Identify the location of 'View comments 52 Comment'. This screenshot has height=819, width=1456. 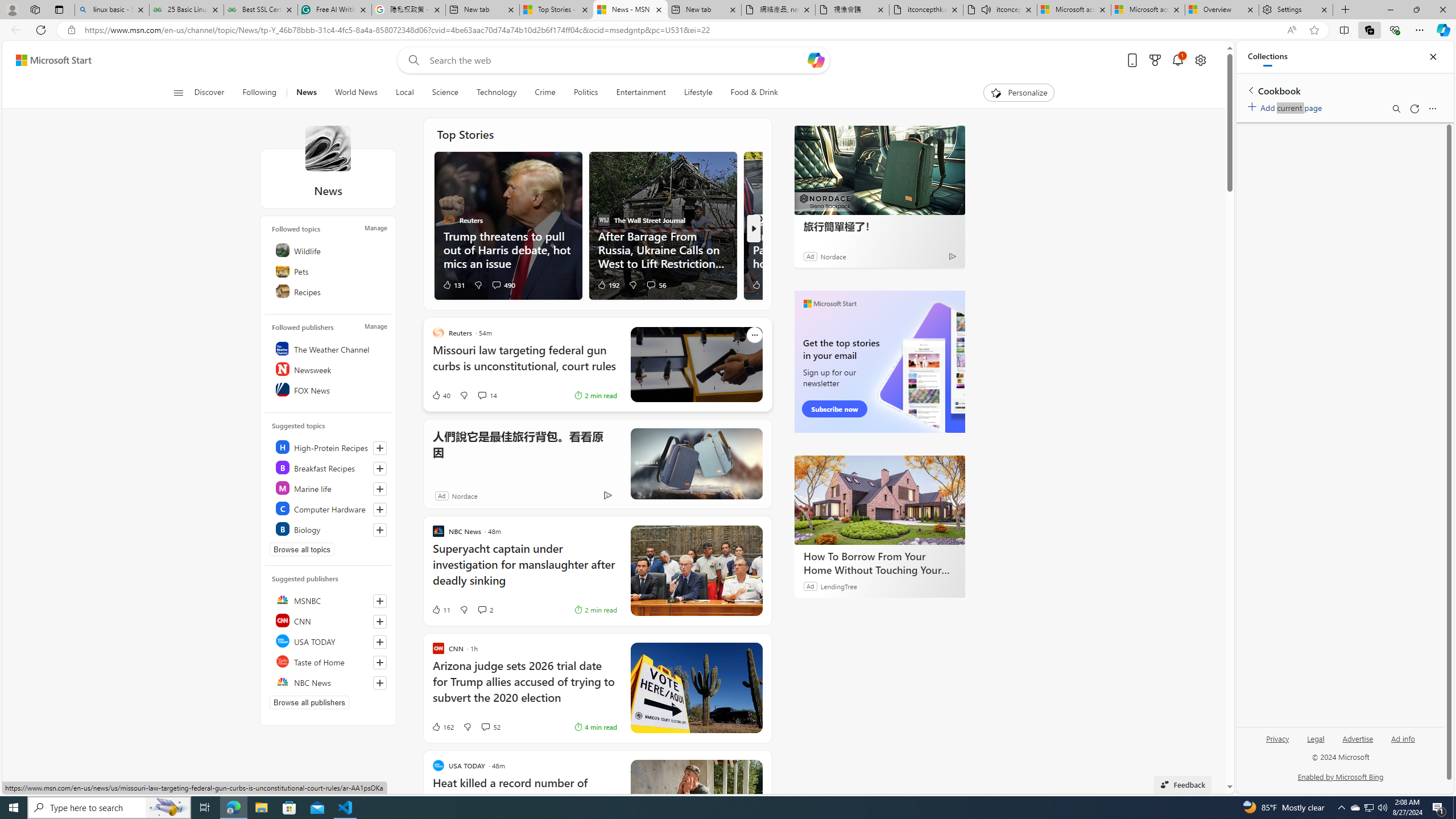
(490, 727).